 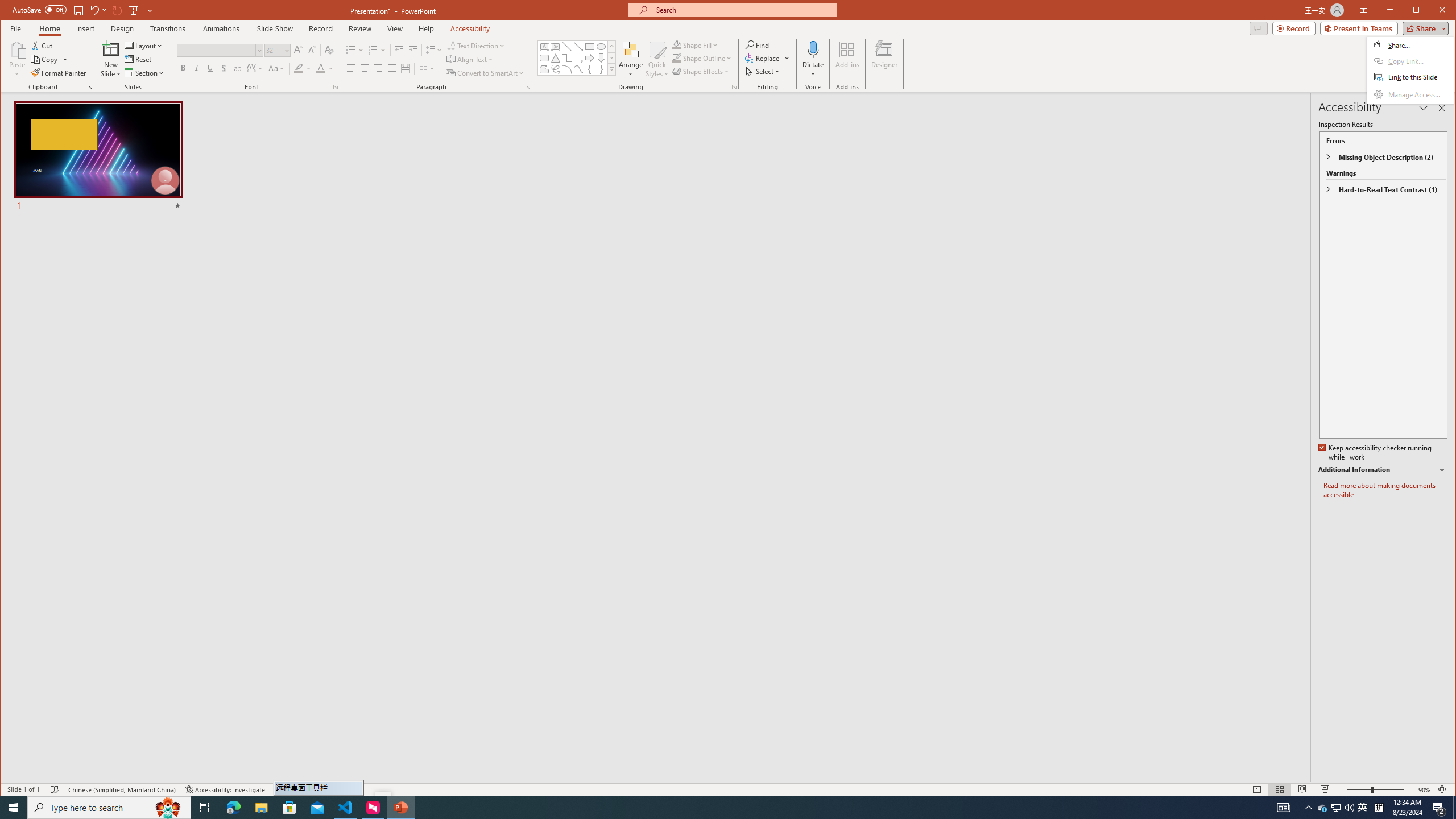 I want to click on 'Font...', so click(x=336, y=87).